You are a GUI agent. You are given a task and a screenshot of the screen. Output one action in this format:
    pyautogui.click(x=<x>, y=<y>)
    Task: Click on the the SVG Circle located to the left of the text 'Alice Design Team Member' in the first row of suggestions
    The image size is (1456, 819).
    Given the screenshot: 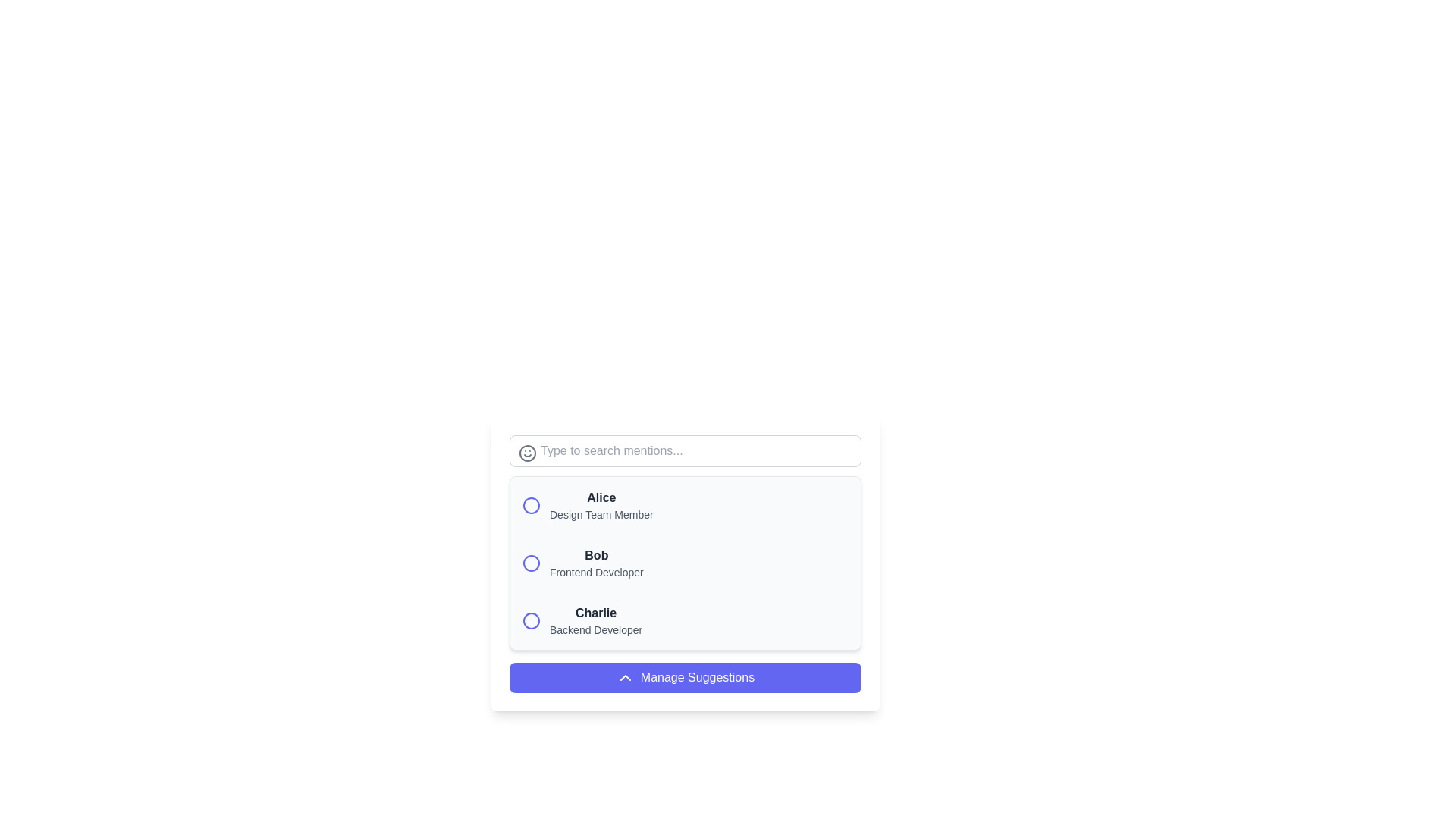 What is the action you would take?
    pyautogui.click(x=531, y=506)
    